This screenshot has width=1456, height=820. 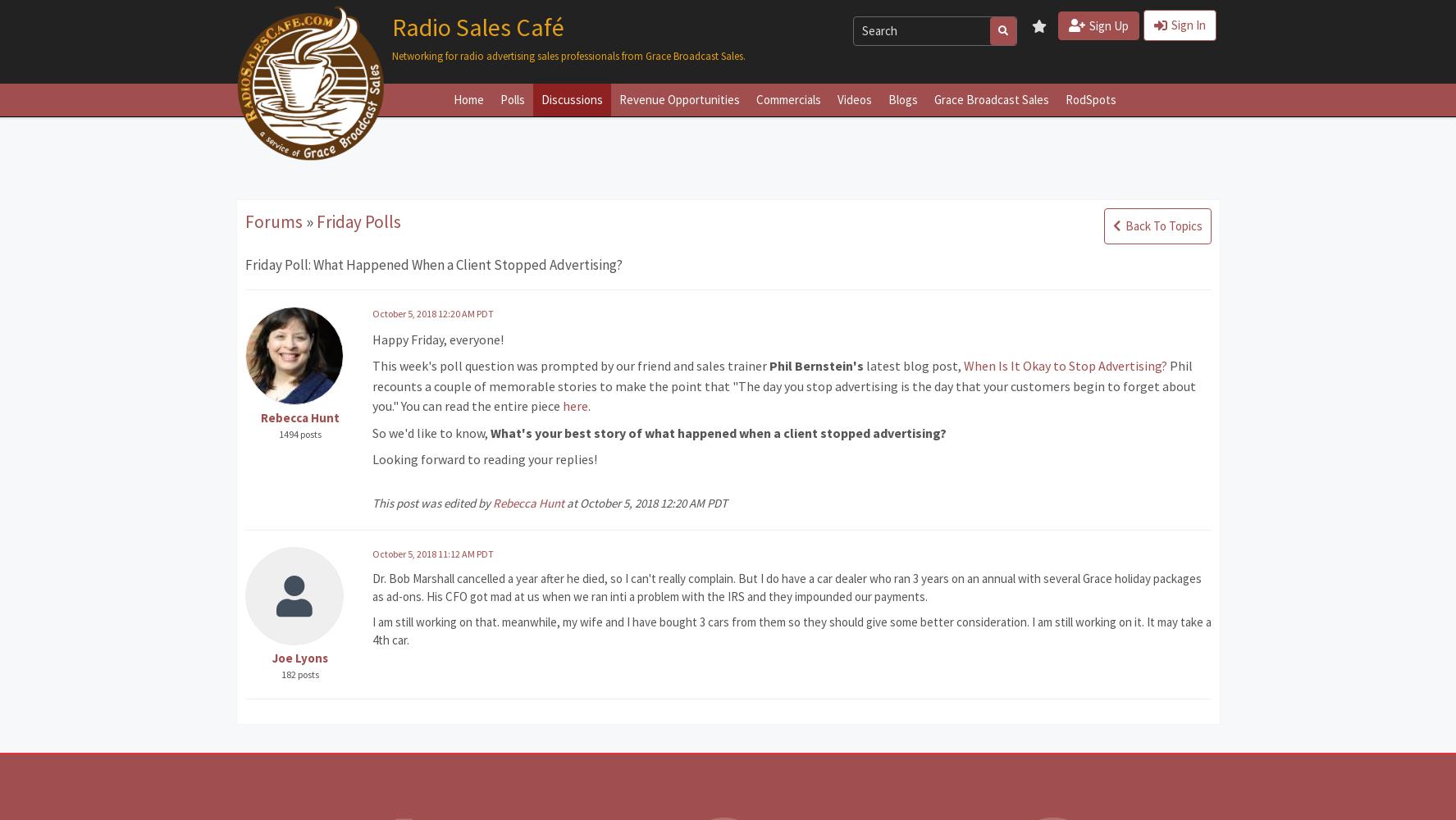 I want to click on 'I am still working on that. meanwhile, my wife and I have bought 3 cars from them so they should give some better consideration. I am still working on it. It may take a 4th car.', so click(x=791, y=631).